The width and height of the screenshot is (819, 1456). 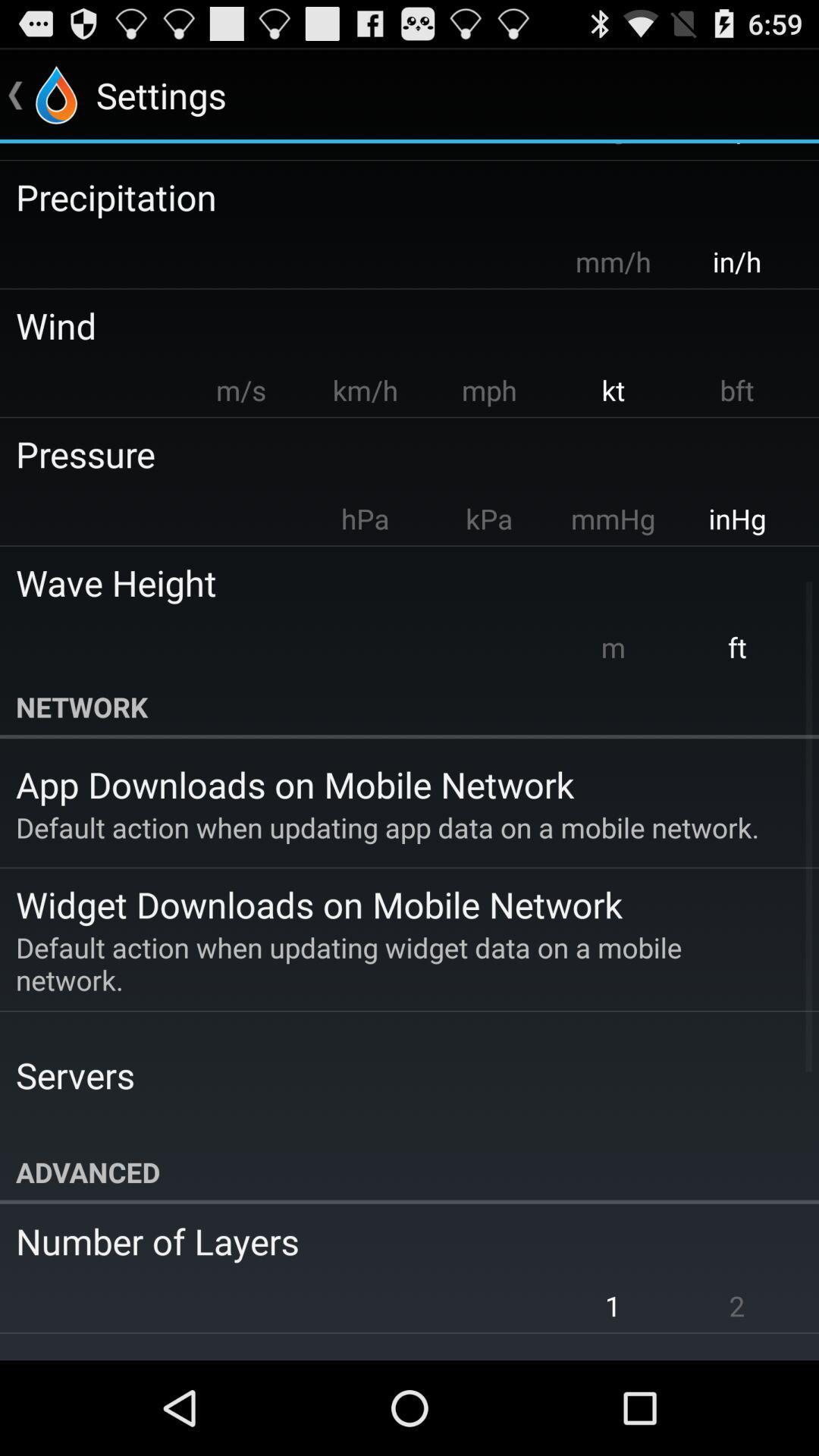 I want to click on the icon above pressure icon, so click(x=488, y=390).